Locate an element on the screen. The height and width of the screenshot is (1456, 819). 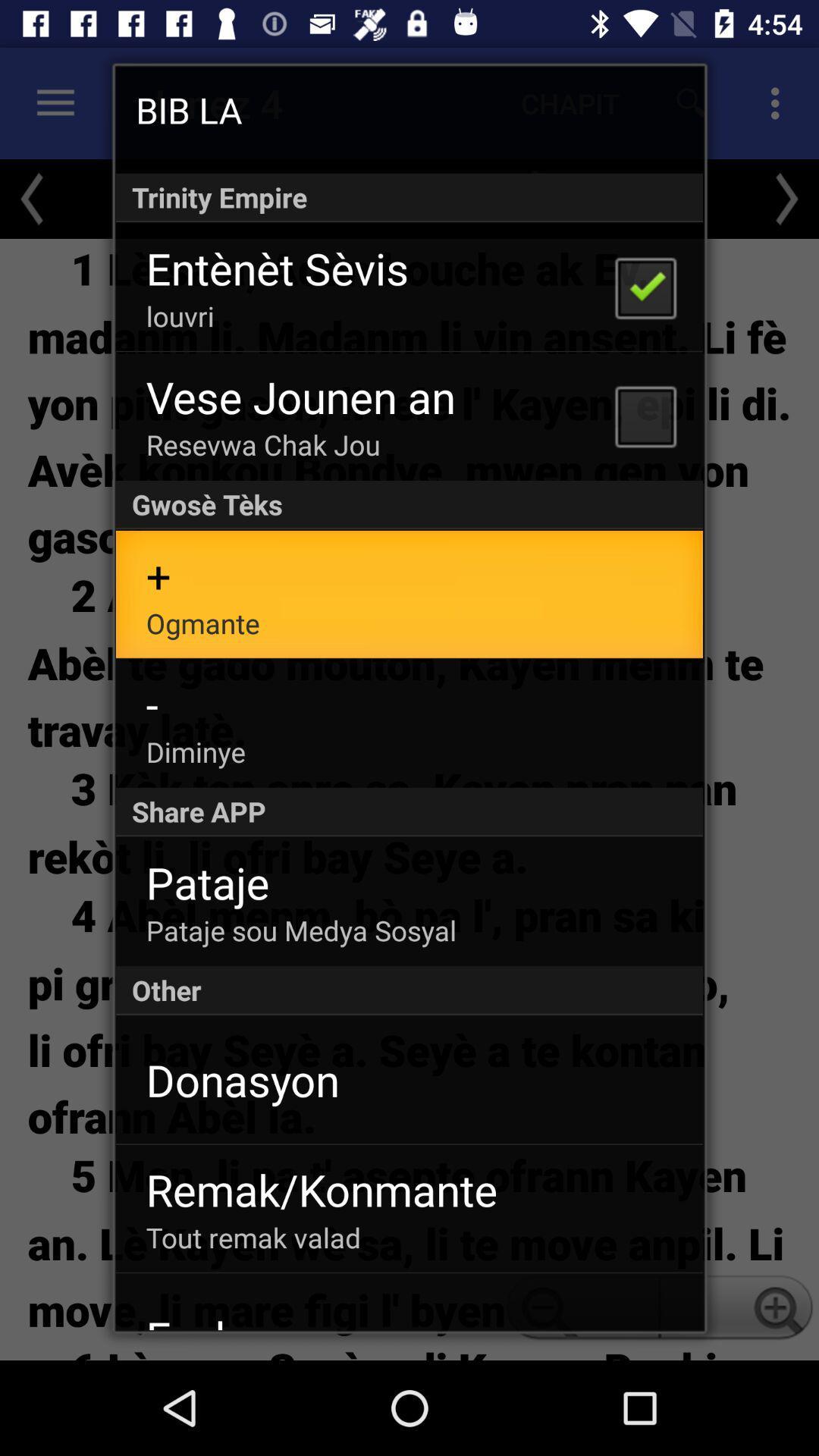
the app below the bib la app is located at coordinates (409, 196).